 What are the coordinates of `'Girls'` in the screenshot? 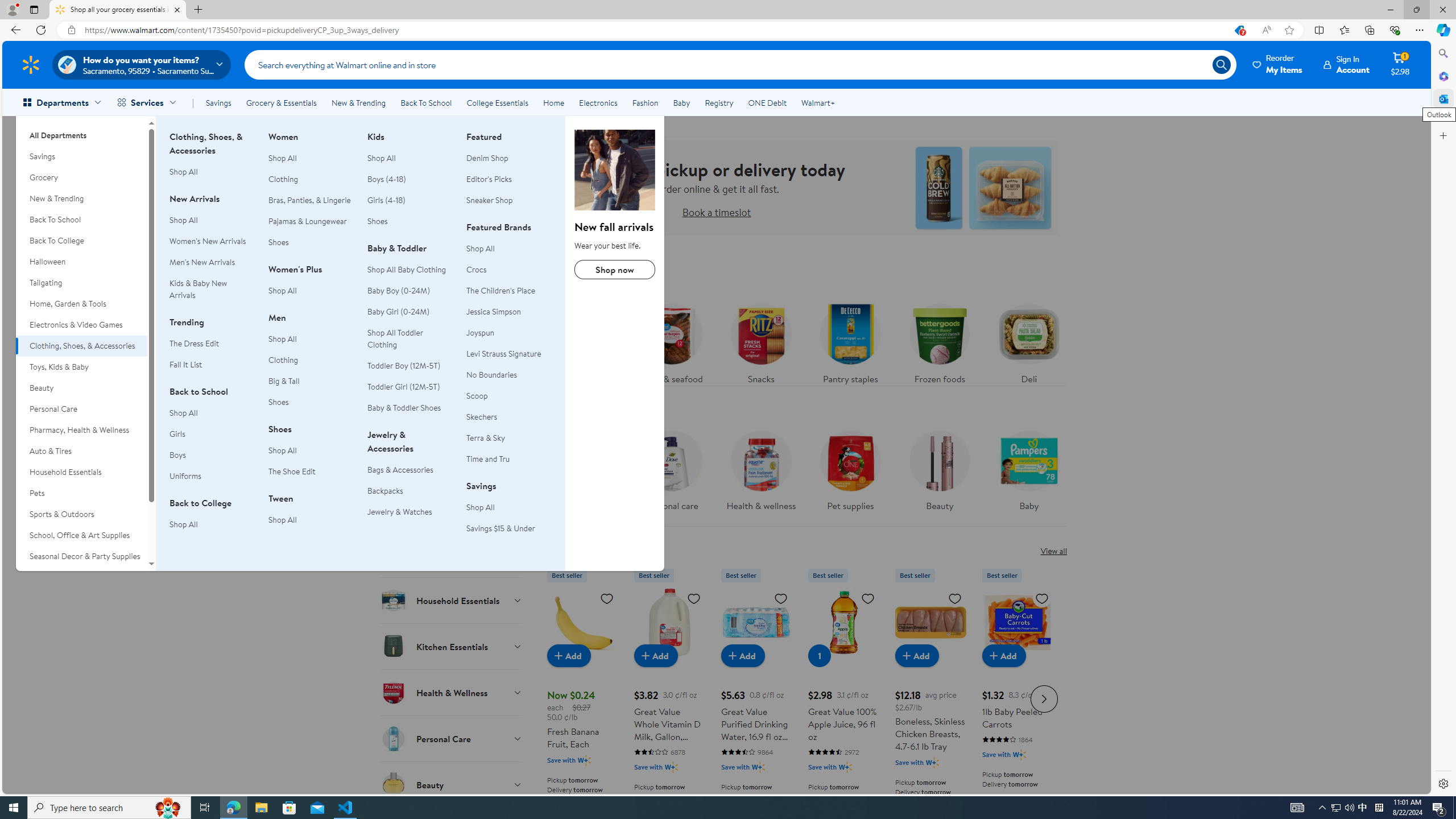 It's located at (211, 433).